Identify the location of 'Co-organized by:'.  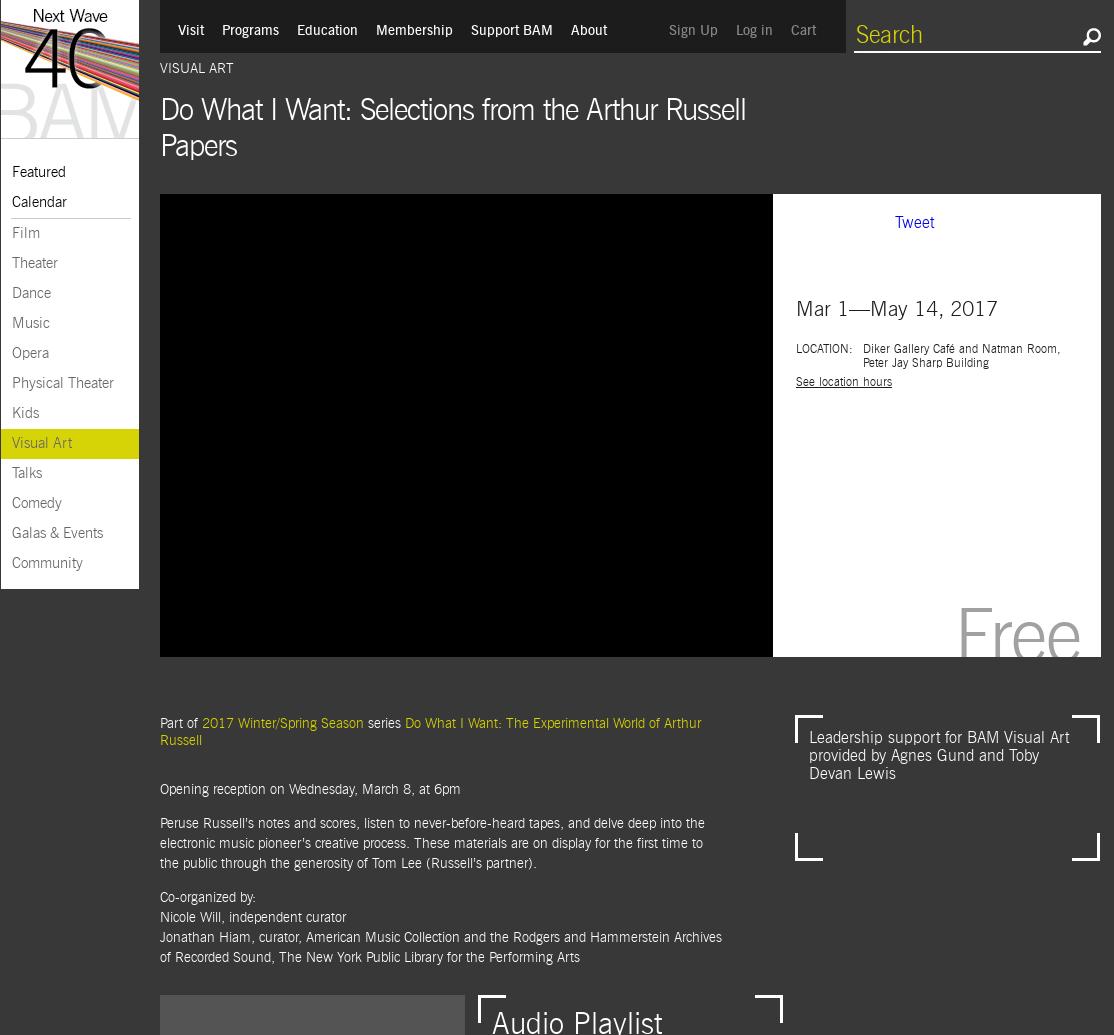
(207, 896).